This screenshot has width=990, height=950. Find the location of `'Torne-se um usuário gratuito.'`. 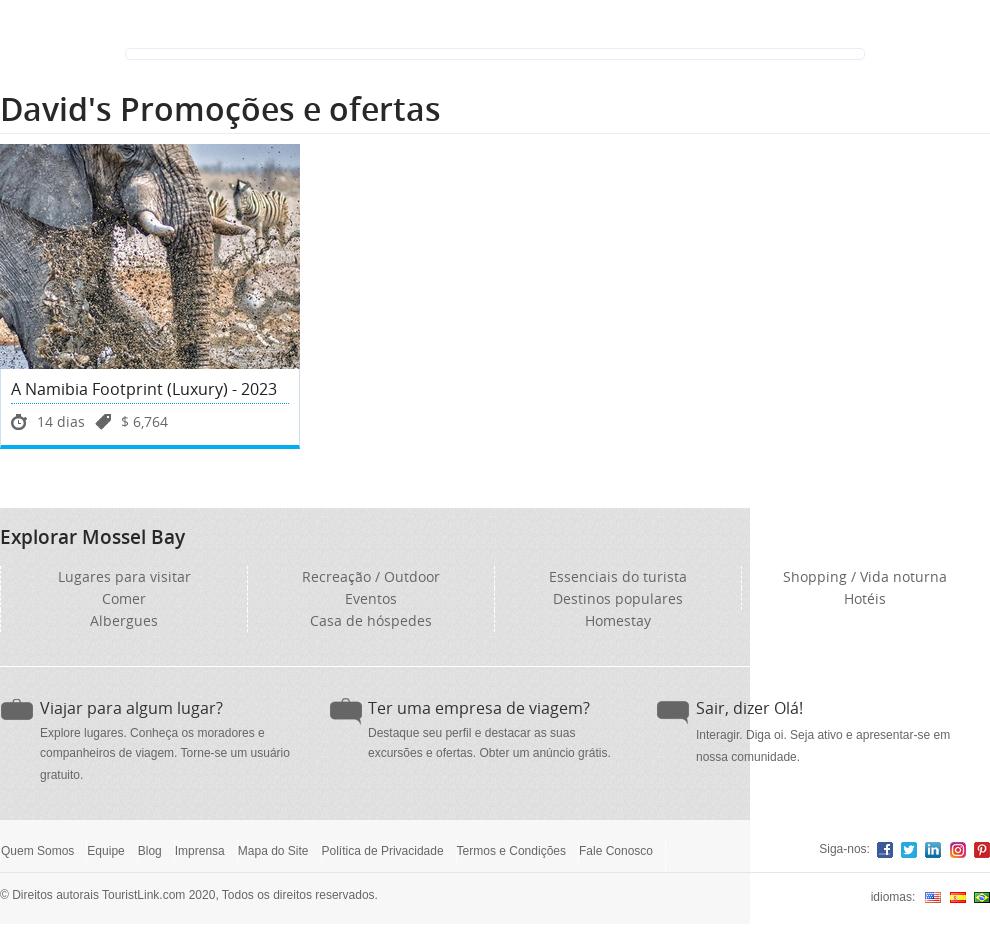

'Torne-se um usuário gratuito.' is located at coordinates (164, 762).